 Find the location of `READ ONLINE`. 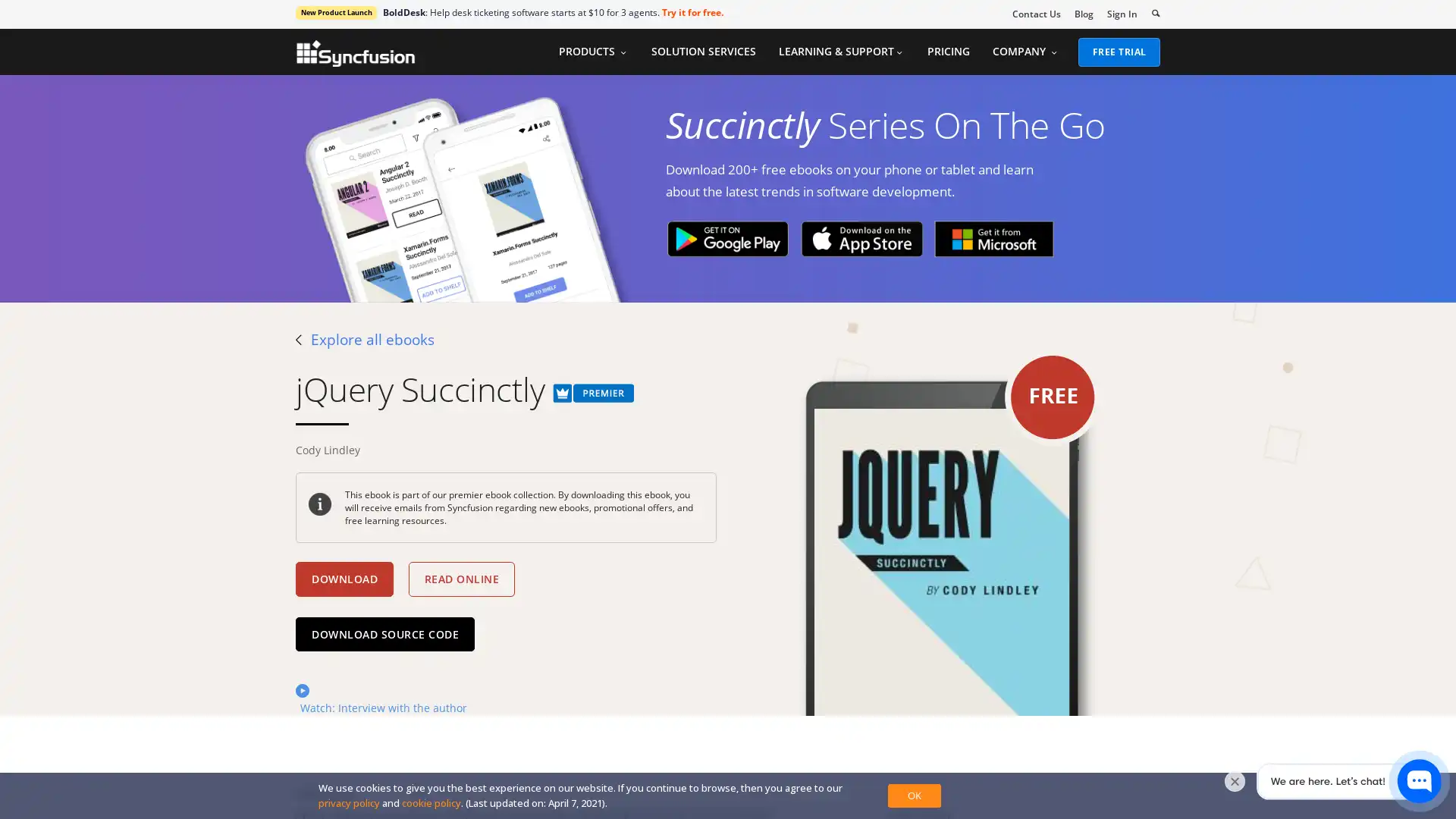

READ ONLINE is located at coordinates (460, 579).